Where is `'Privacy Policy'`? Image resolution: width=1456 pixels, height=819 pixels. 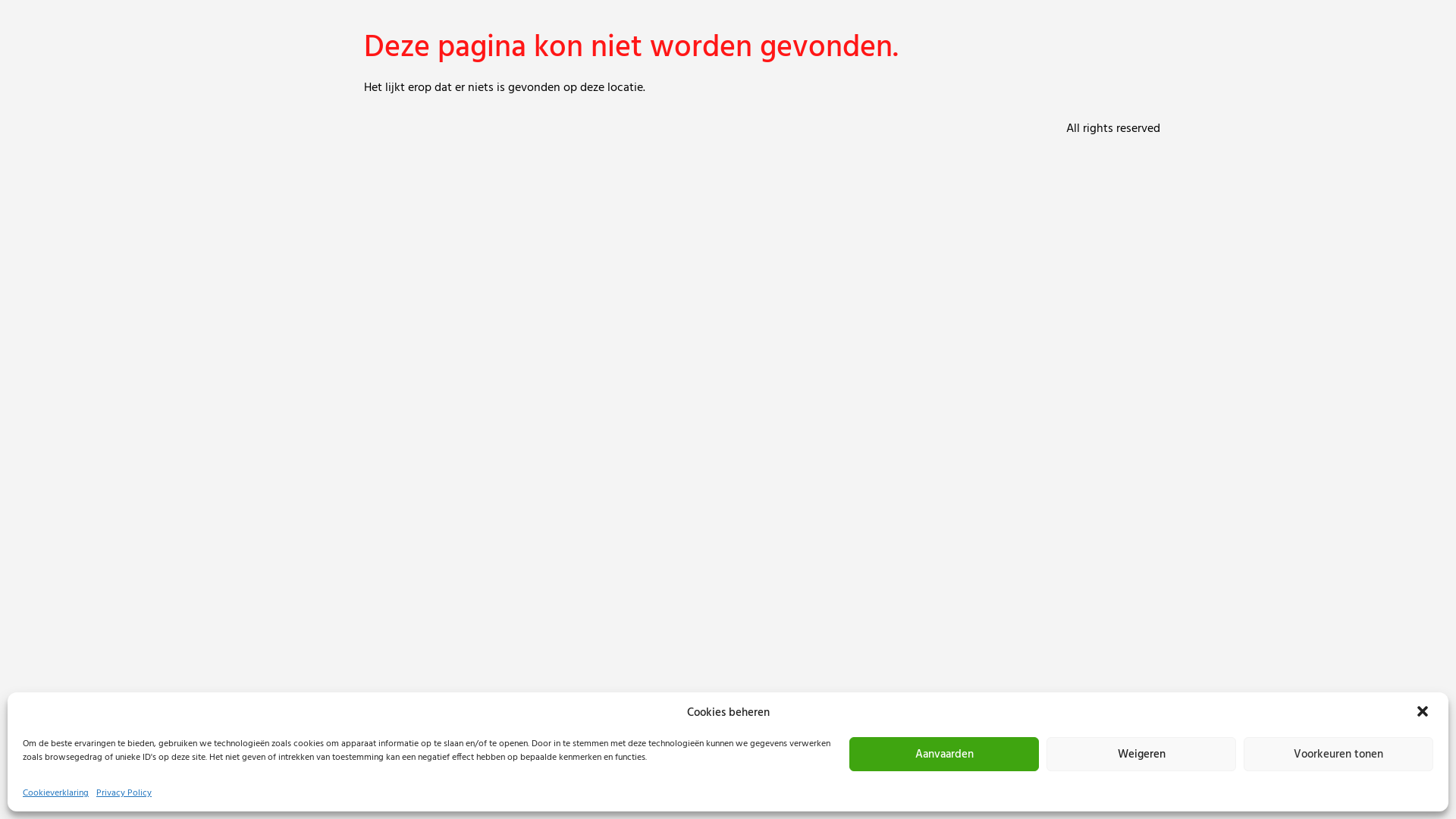 'Privacy Policy' is located at coordinates (124, 792).